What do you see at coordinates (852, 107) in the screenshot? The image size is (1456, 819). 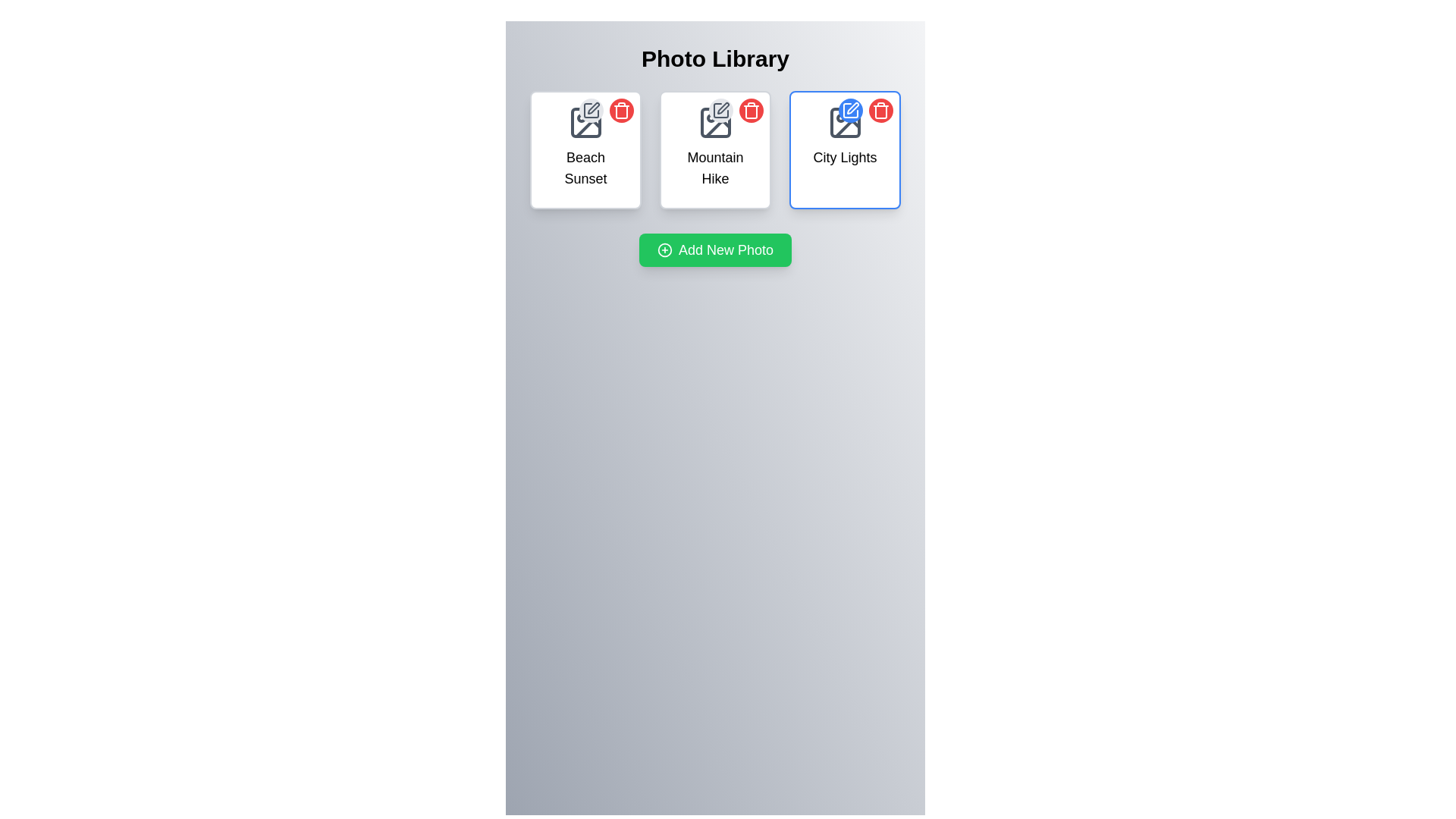 I see `the pen icon button located in the top-left corner of the 'City Lights' card, which is part of an editing tool and resembles a slanted pen within a square frame` at bounding box center [852, 107].